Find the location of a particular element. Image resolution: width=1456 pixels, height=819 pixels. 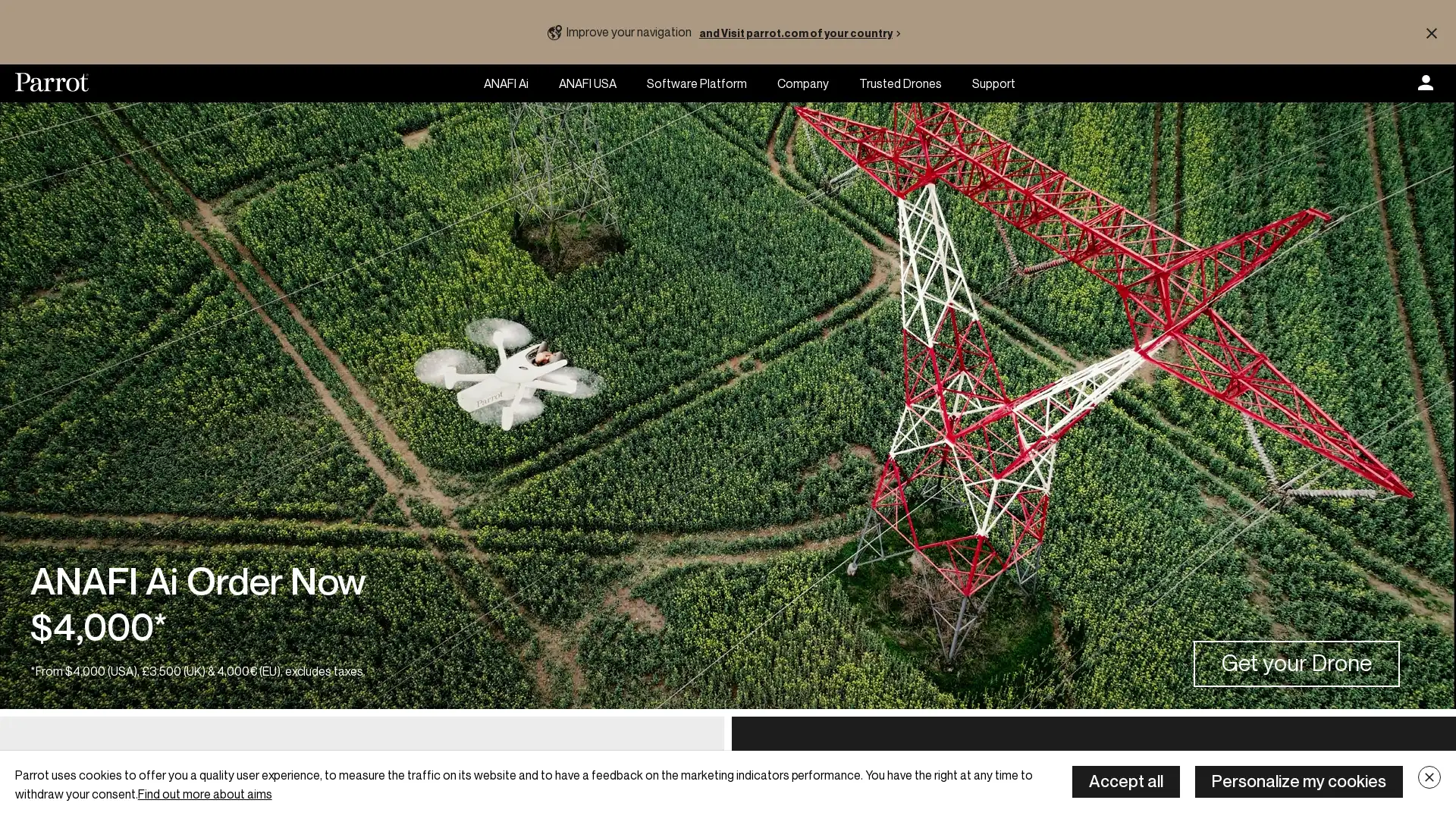

Personalize my cookies is located at coordinates (1298, 781).